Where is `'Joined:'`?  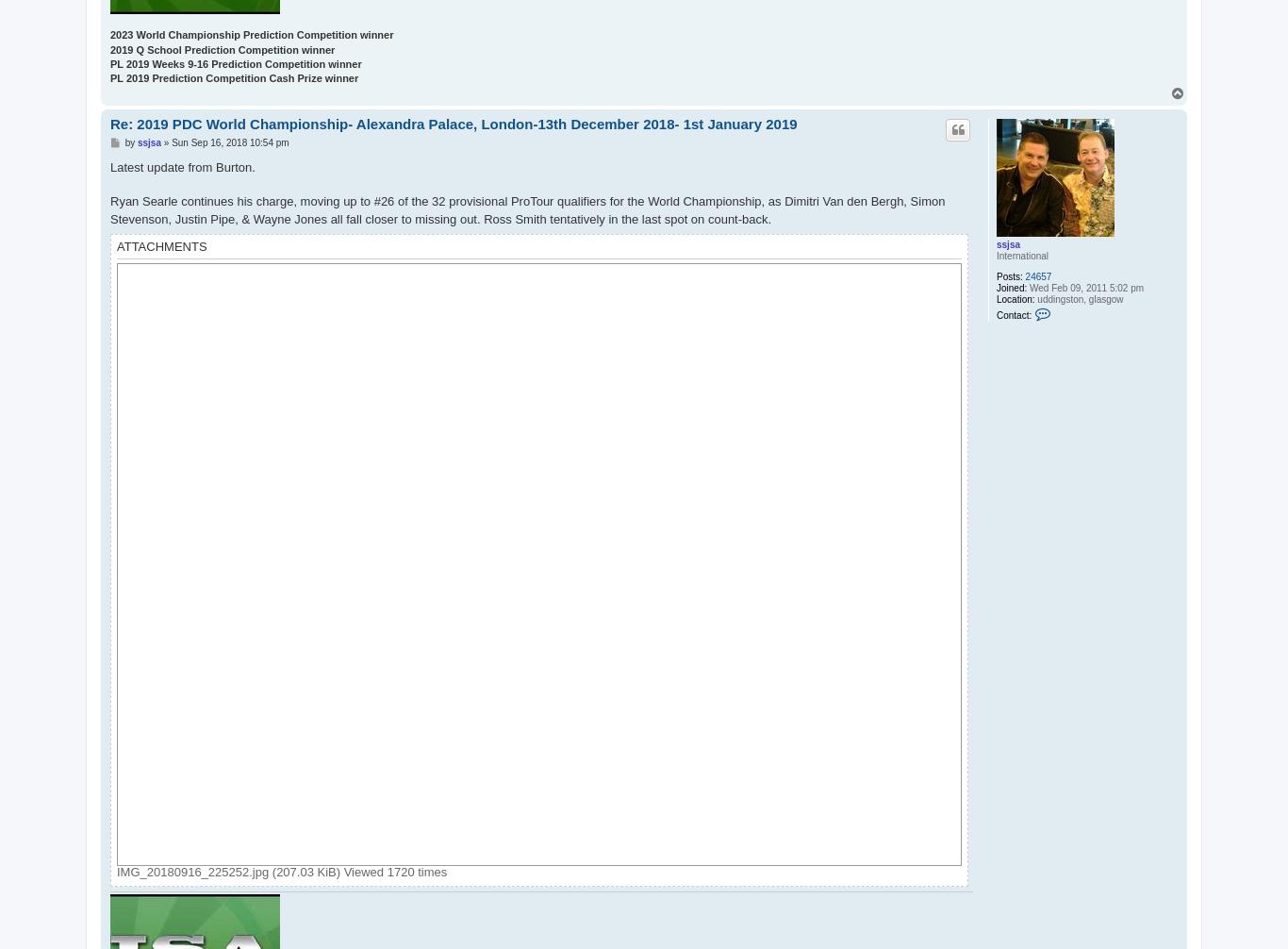
'Joined:' is located at coordinates (1010, 286).